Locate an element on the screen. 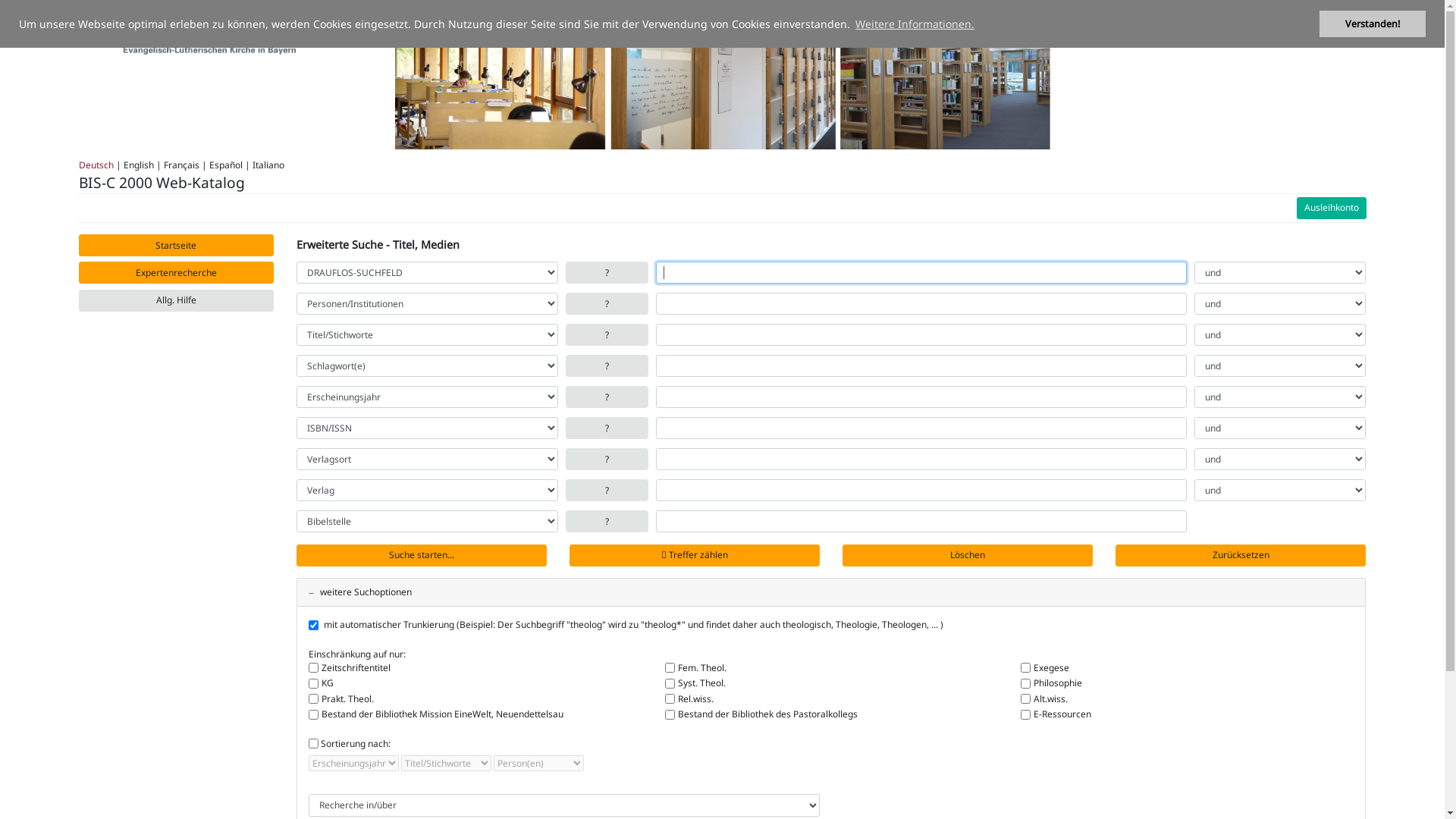 Image resolution: width=1456 pixels, height=819 pixels. 'weitere Suchoptionen' is located at coordinates (359, 591).